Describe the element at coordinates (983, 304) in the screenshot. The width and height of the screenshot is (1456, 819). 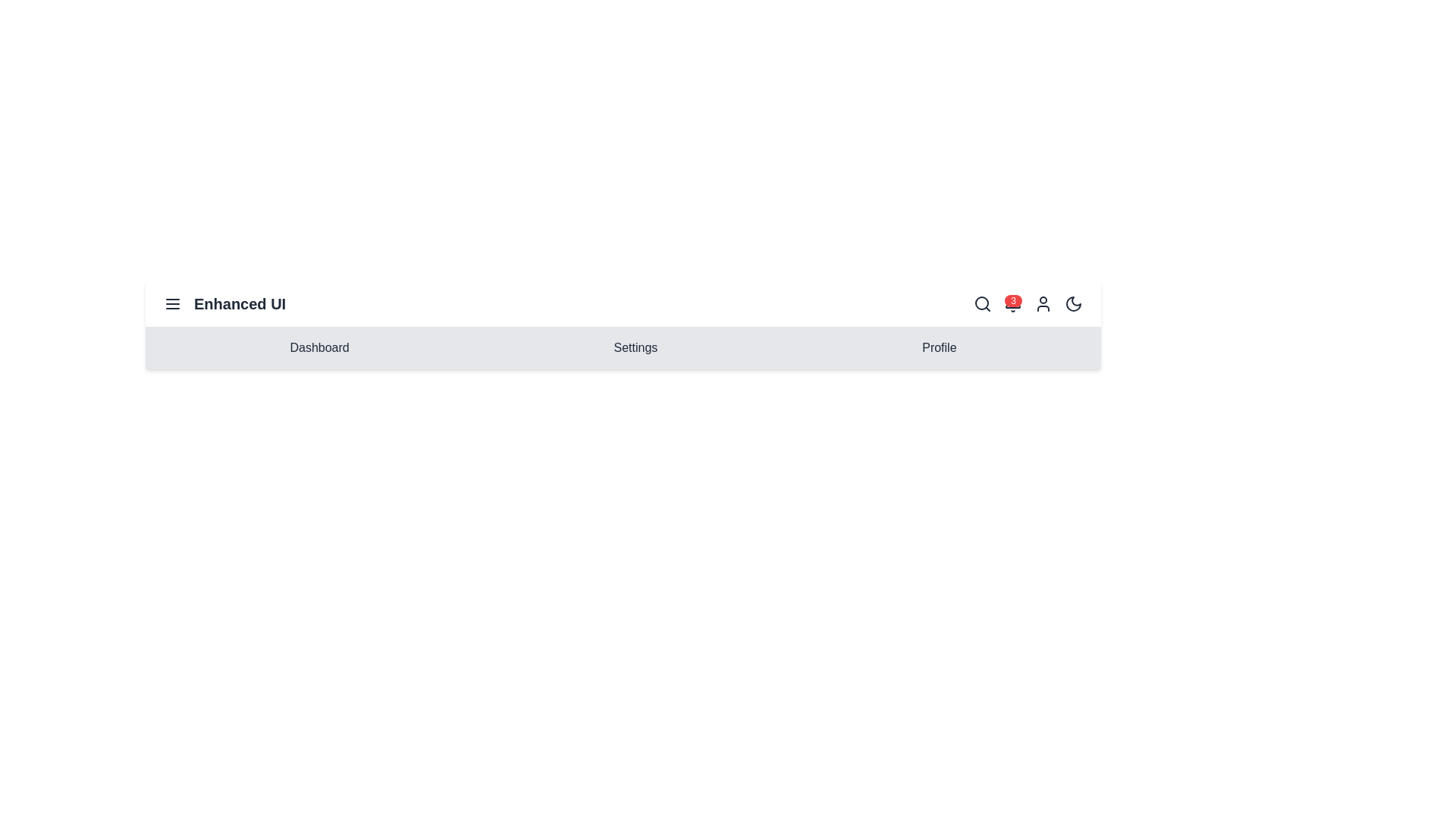
I see `the search icon to initiate a search` at that location.